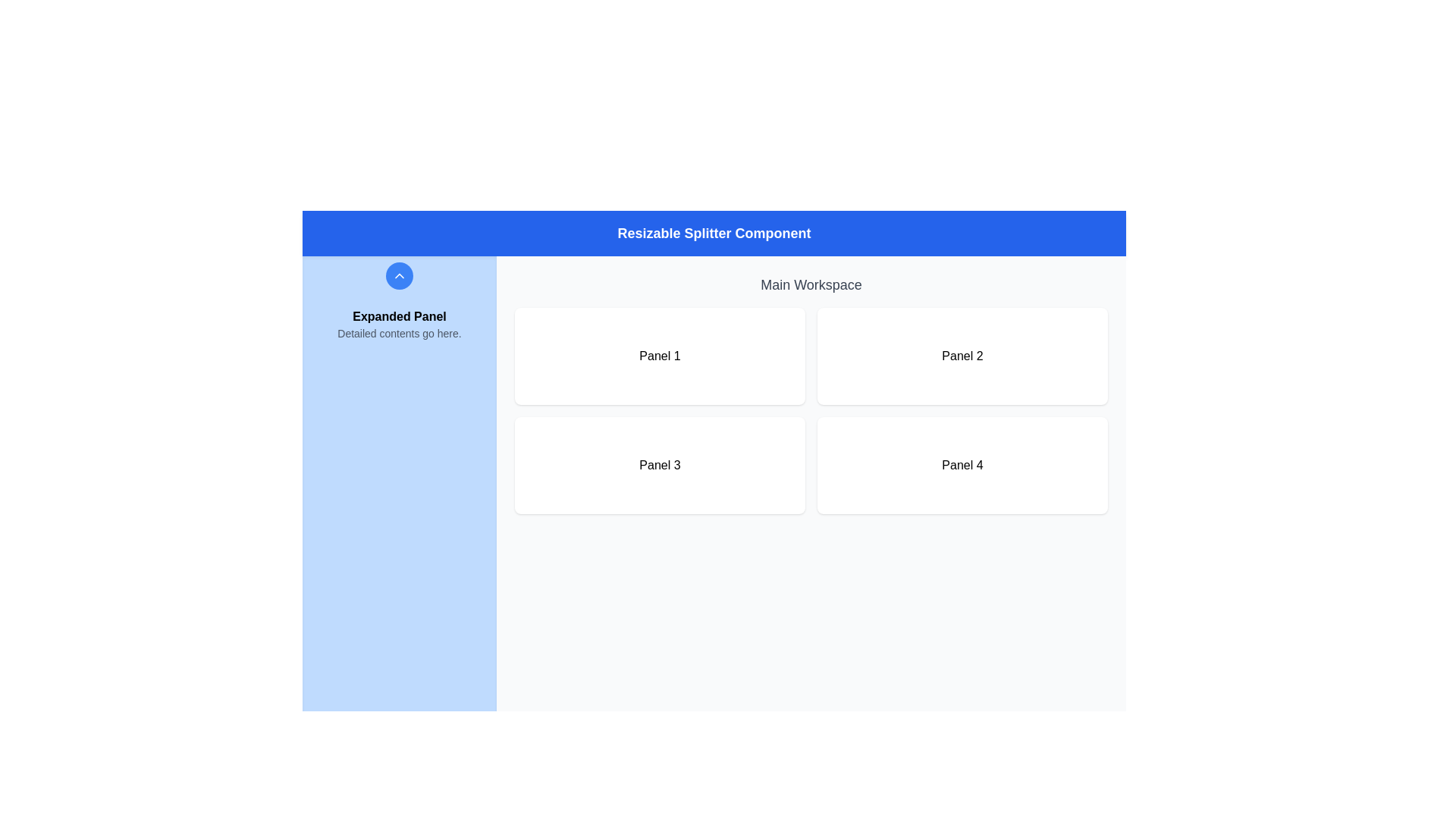  Describe the element at coordinates (400, 275) in the screenshot. I see `the circular blue button with a white upward arrow icon located in the 'Expanded Panel' on the left side of the interface` at that location.